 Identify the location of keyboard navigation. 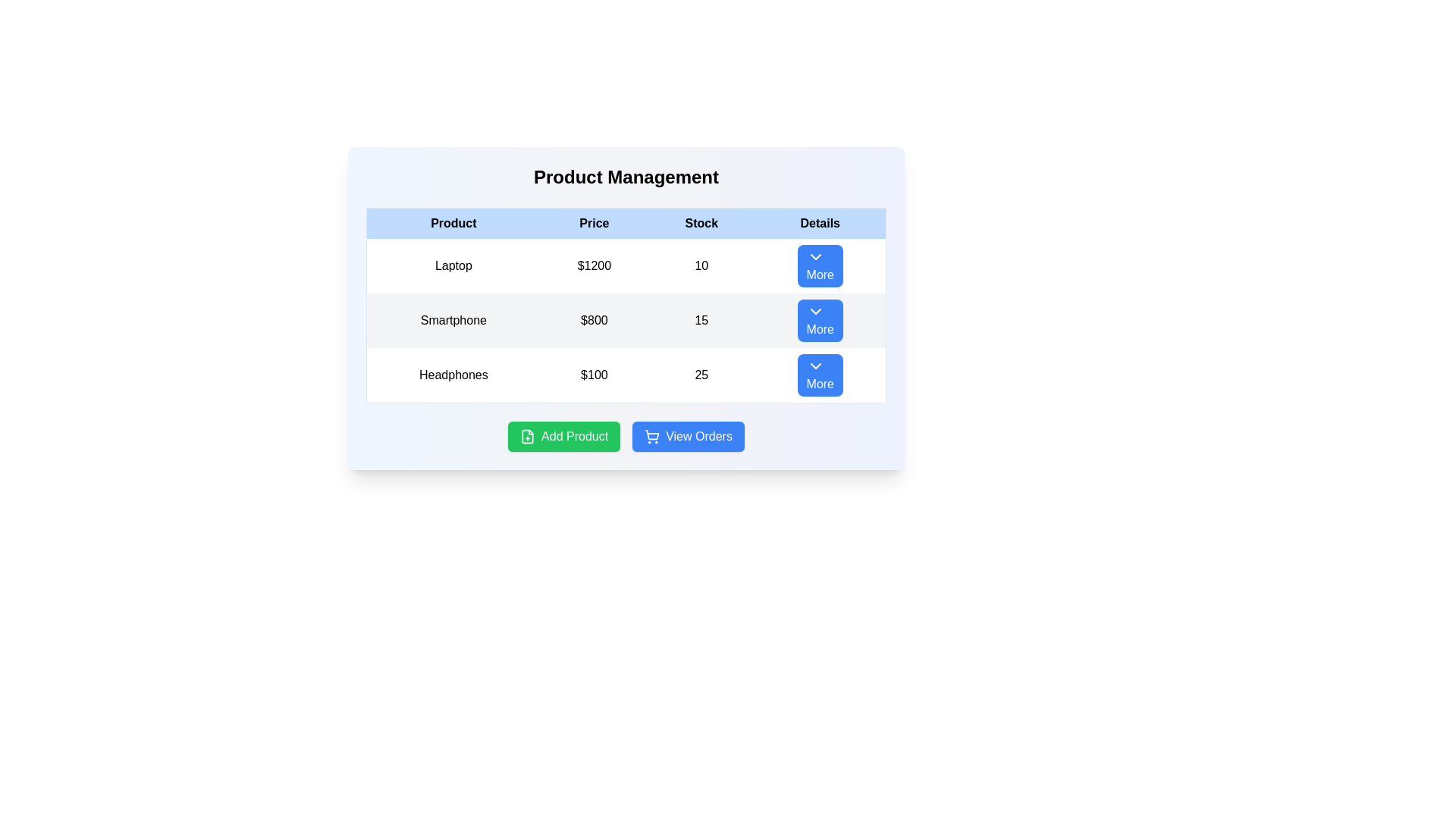
(687, 436).